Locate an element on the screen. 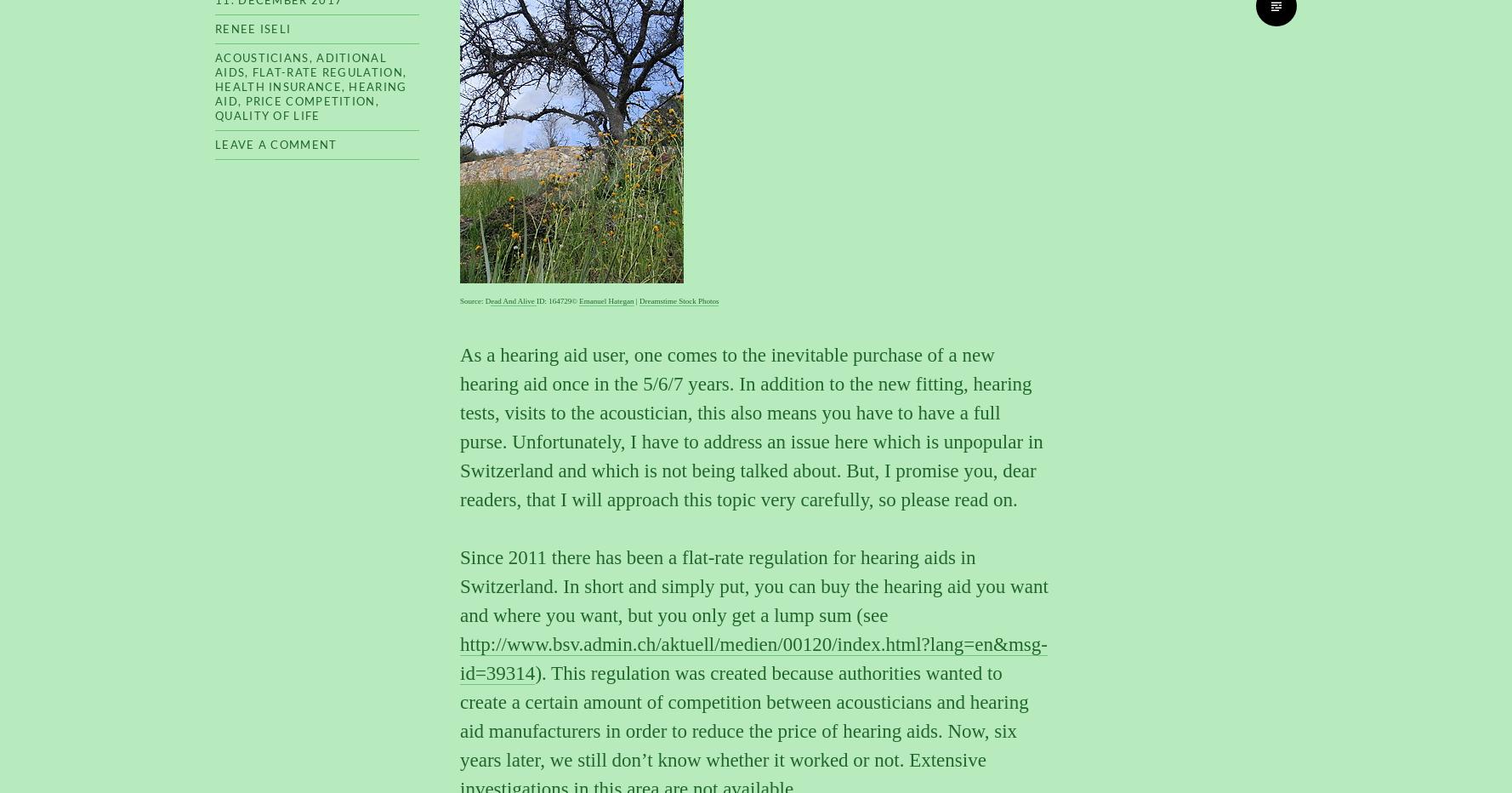 The height and width of the screenshot is (793, 1512). 'Since 2011 there has been a flat-rate regulation for hearing aids in Switzerland. In short and simply put, you can buy the hearing aid you want and where you want, but you only get a lump sum (see' is located at coordinates (753, 585).